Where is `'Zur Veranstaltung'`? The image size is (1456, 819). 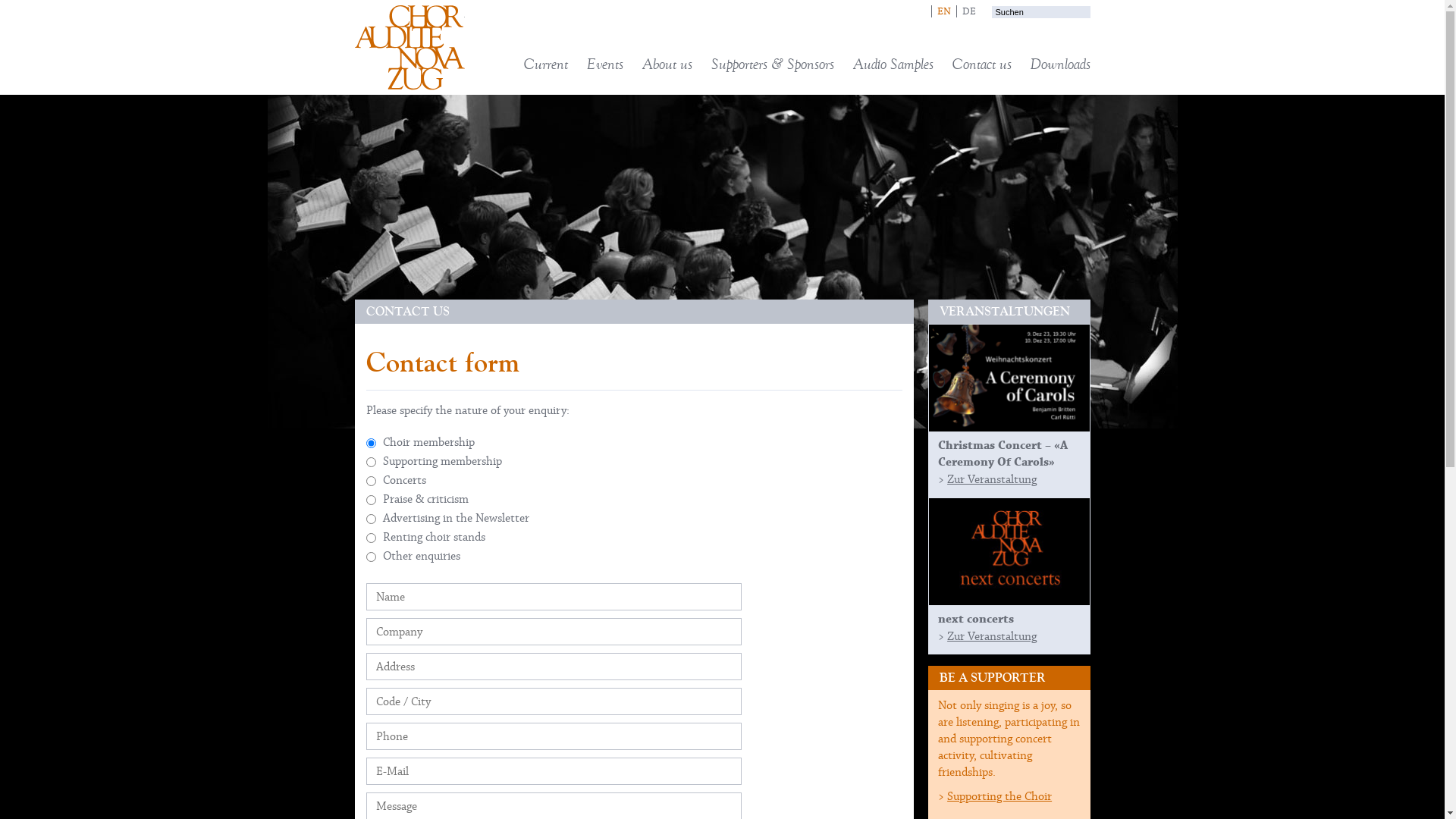 'Zur Veranstaltung' is located at coordinates (992, 479).